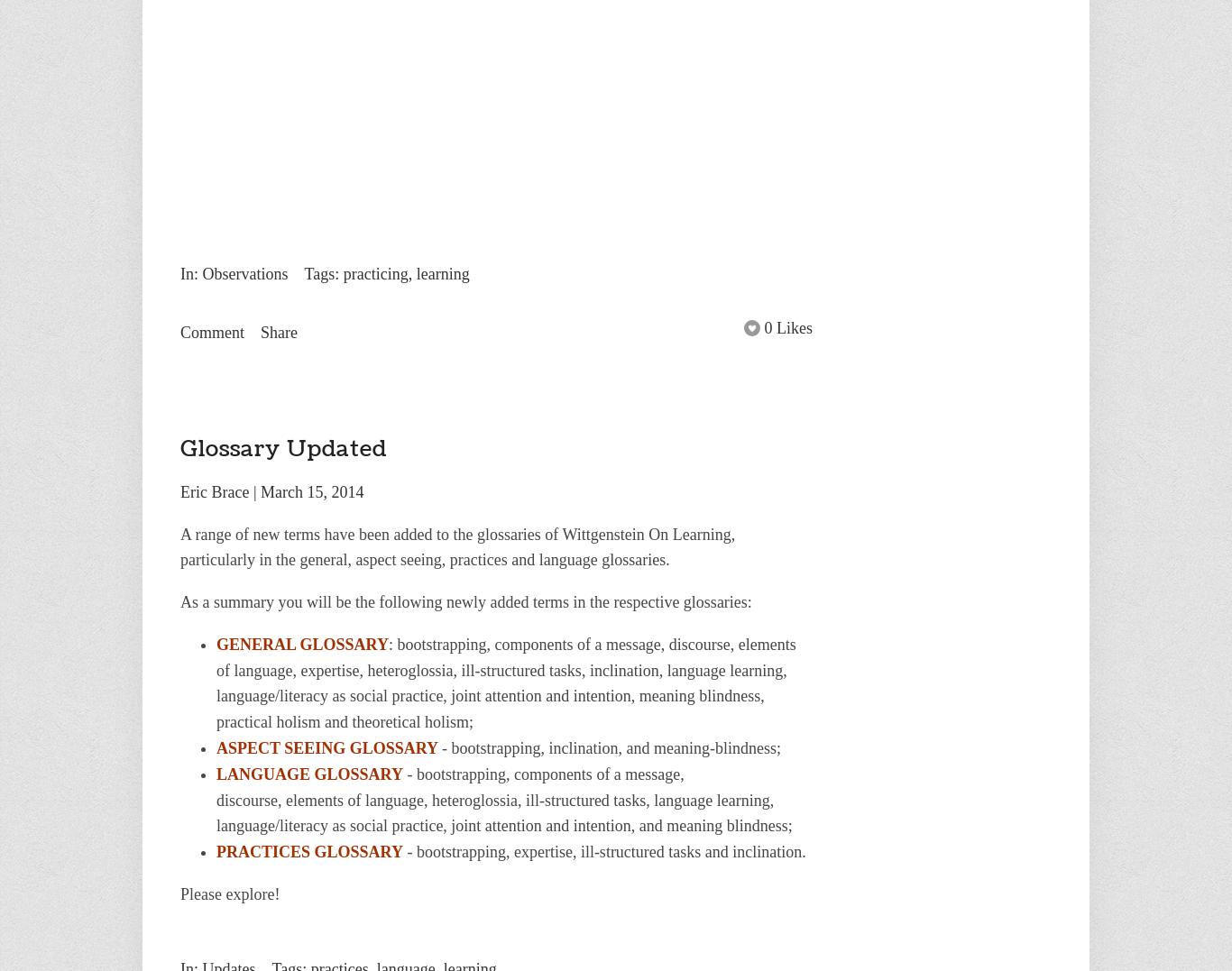 The image size is (1232, 971). What do you see at coordinates (214, 490) in the screenshot?
I see `'Eric Brace'` at bounding box center [214, 490].